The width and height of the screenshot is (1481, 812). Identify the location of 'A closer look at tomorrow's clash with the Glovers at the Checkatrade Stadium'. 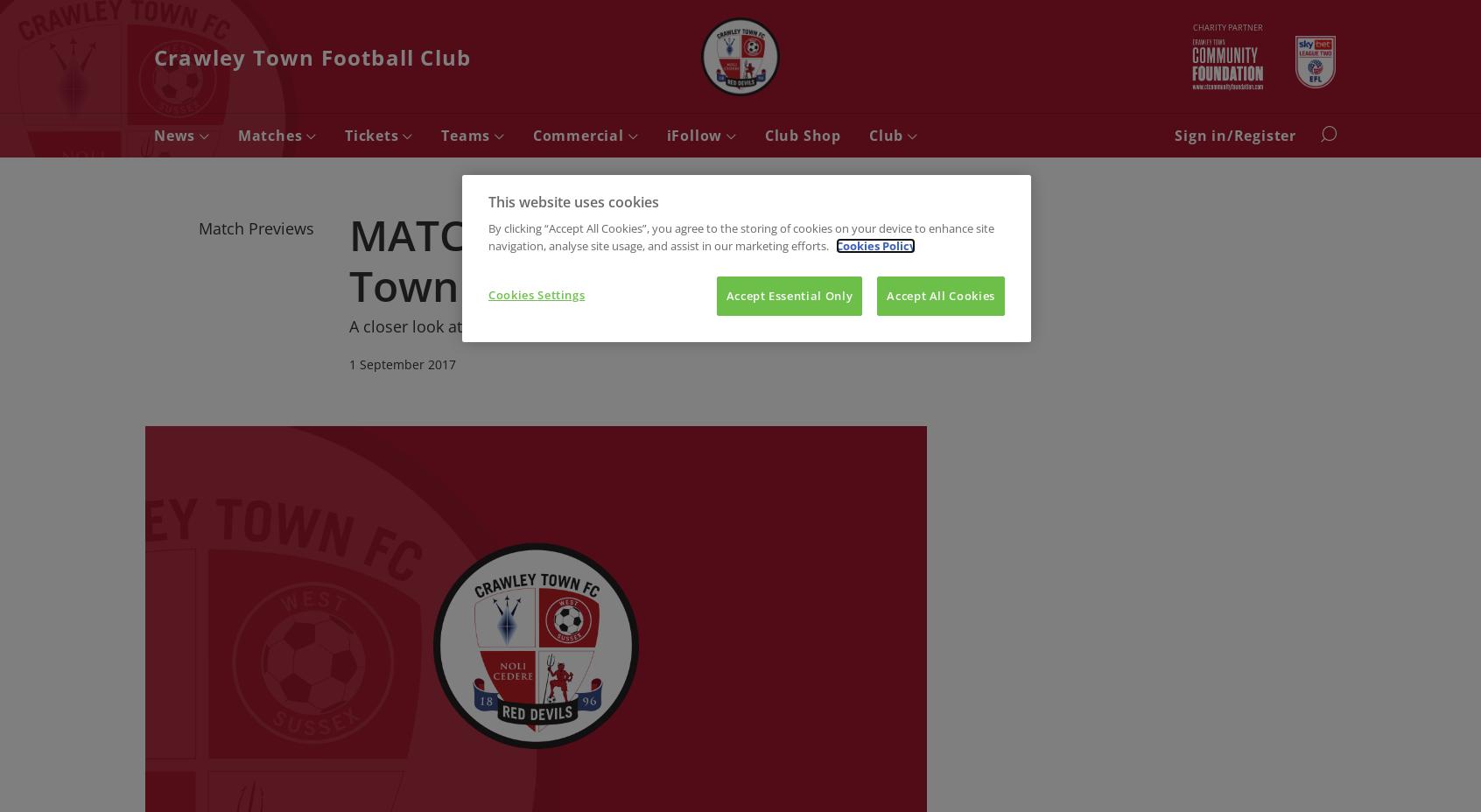
(636, 325).